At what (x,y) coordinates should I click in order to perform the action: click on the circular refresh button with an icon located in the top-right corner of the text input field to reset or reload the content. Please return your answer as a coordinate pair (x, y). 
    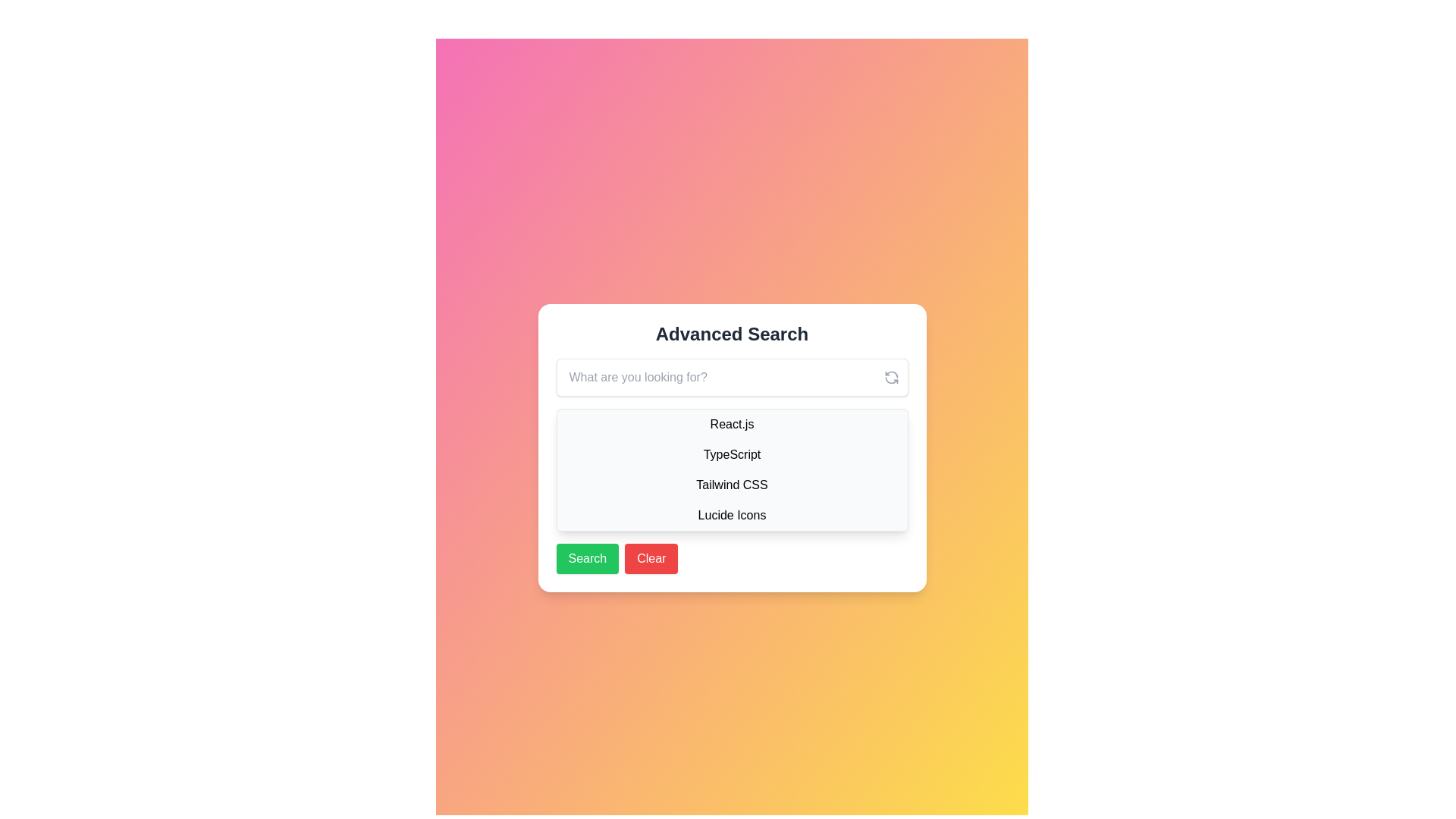
    Looking at the image, I should click on (891, 376).